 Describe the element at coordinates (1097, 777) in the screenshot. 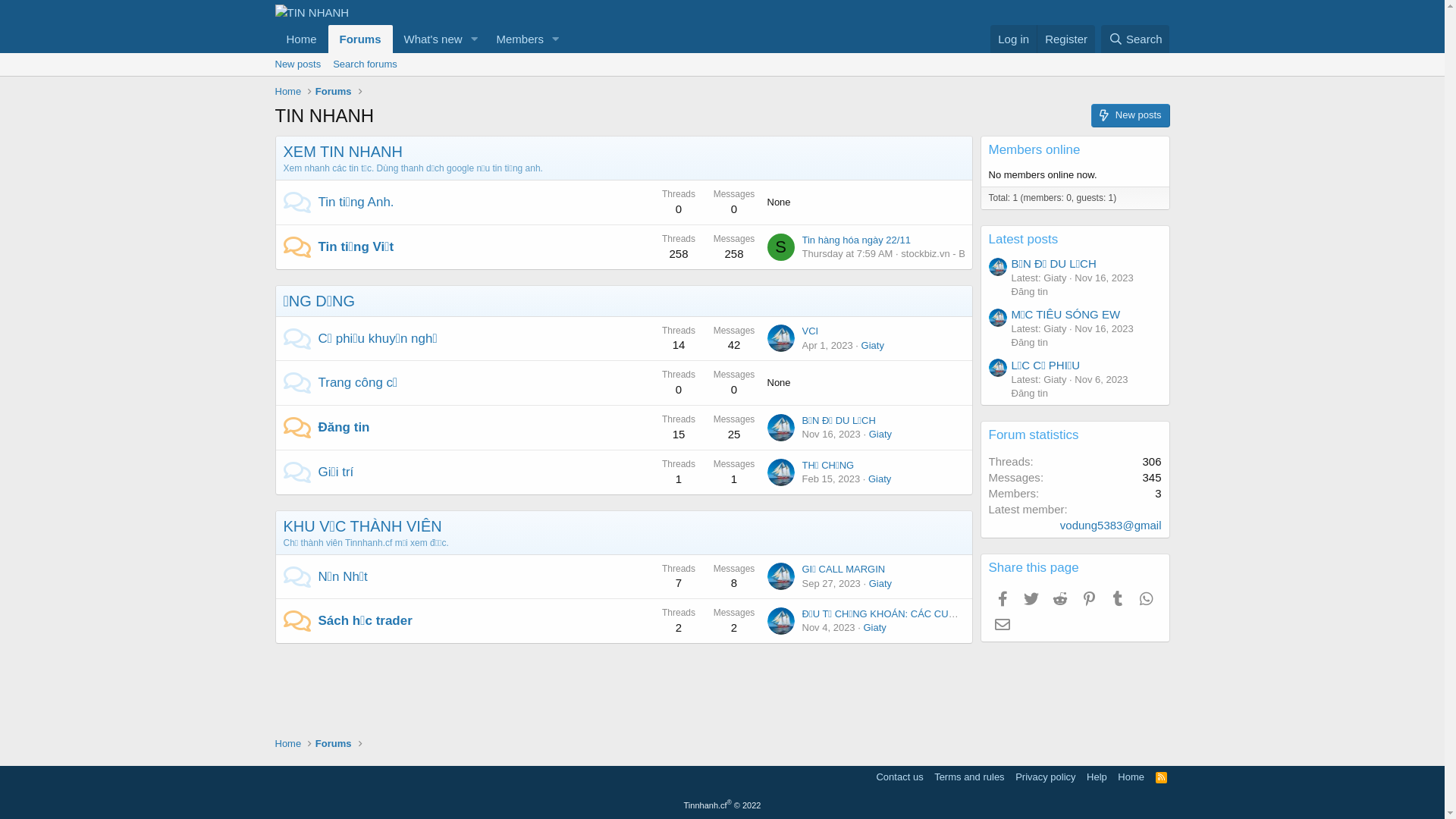

I see `'Help'` at that location.